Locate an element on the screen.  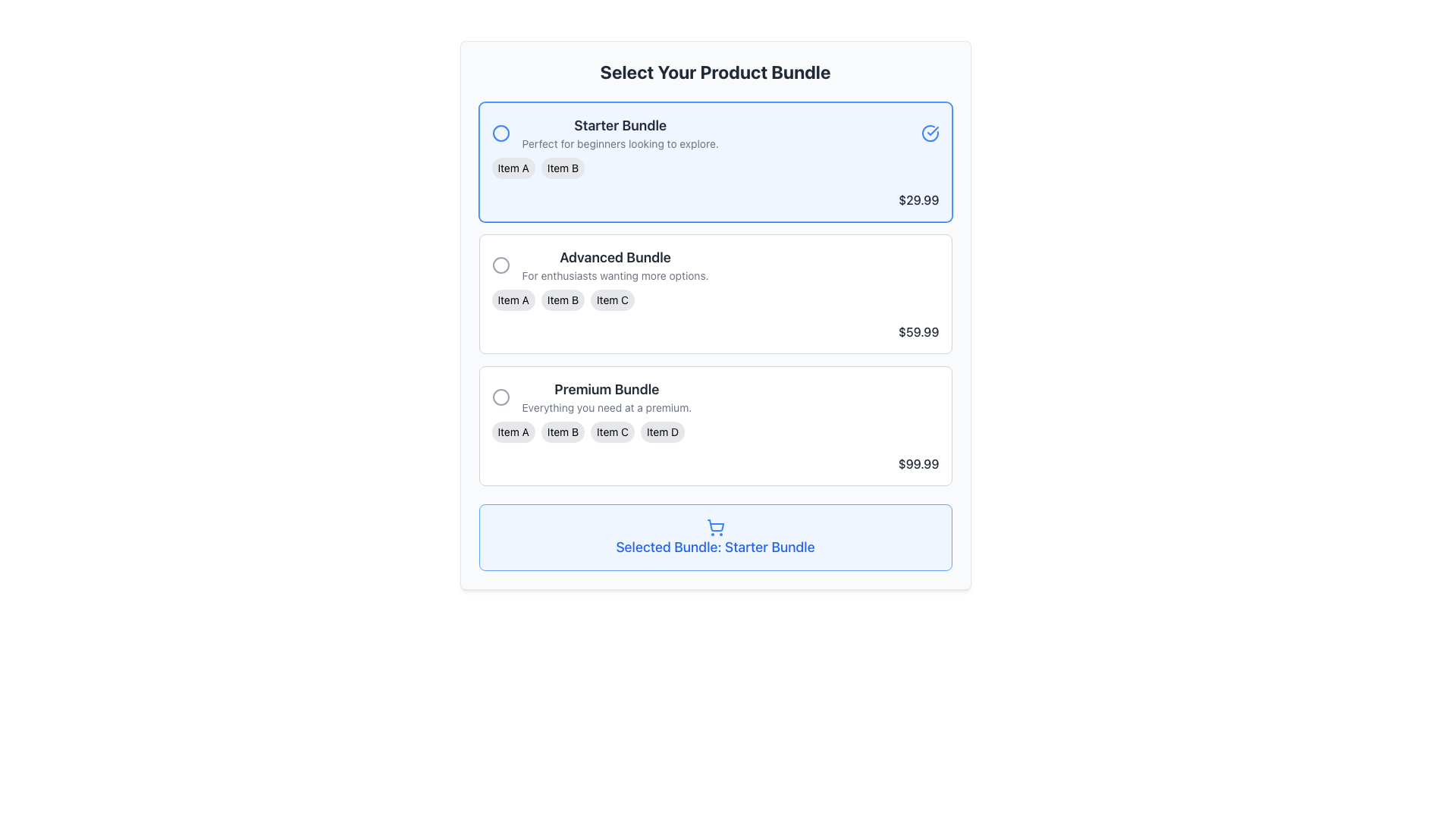
the second button-like tag or label indicating a selectable item in the 'Starter Bundle' section is located at coordinates (562, 168).